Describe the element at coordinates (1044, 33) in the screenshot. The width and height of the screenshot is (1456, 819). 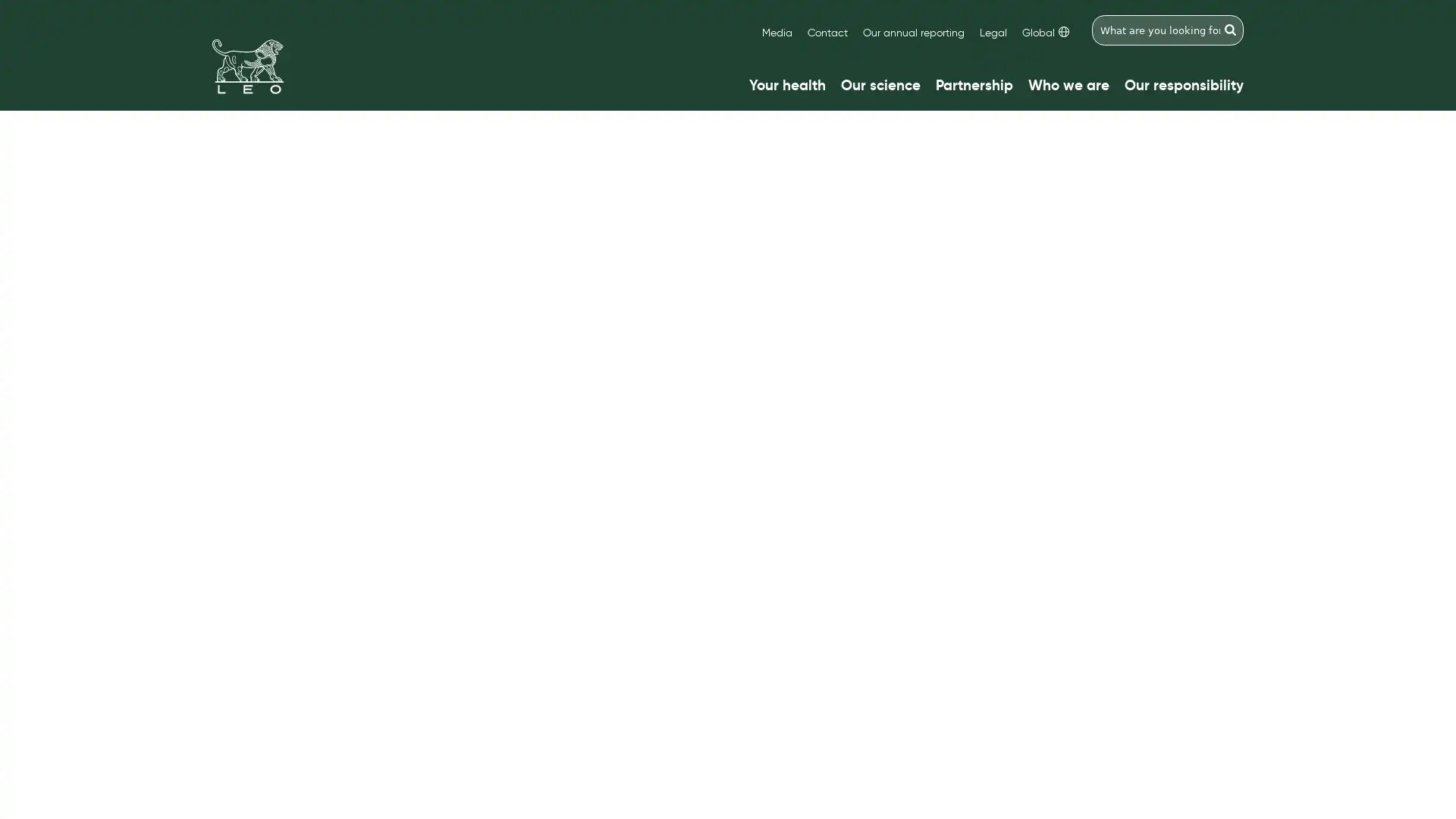
I see `Global` at that location.